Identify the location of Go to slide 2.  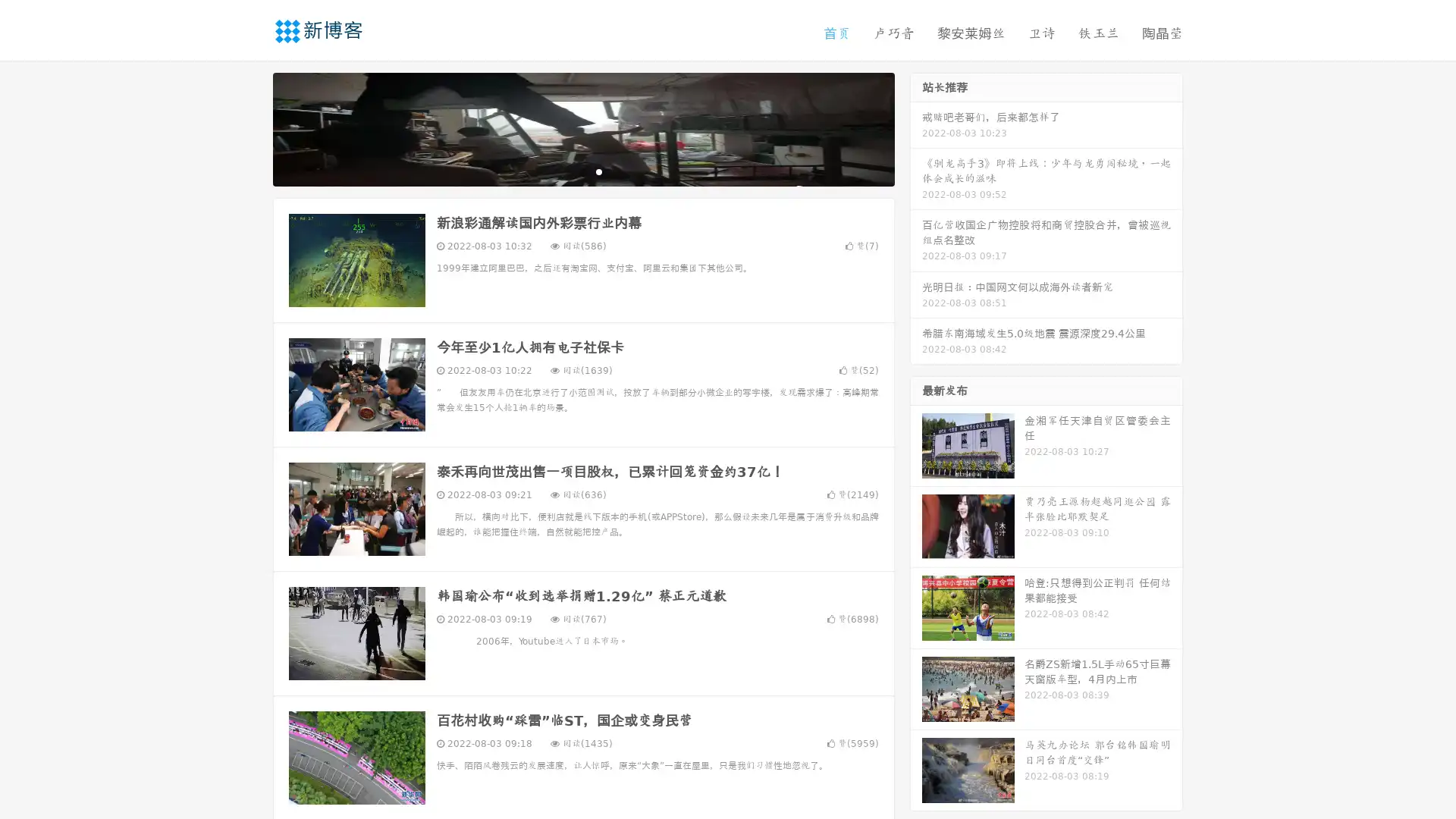
(582, 171).